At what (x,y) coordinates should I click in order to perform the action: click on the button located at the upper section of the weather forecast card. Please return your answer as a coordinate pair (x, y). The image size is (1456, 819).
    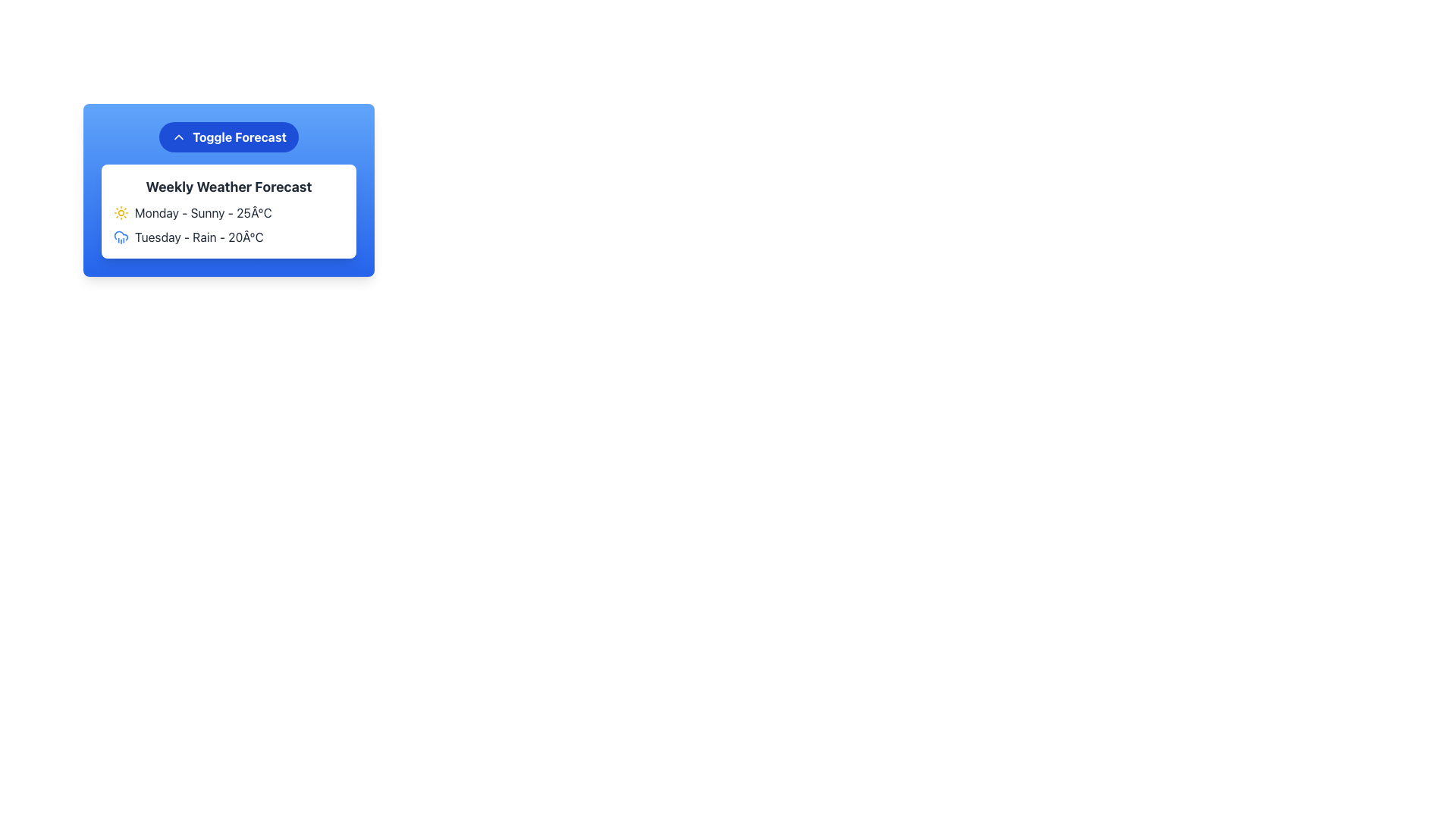
    Looking at the image, I should click on (228, 137).